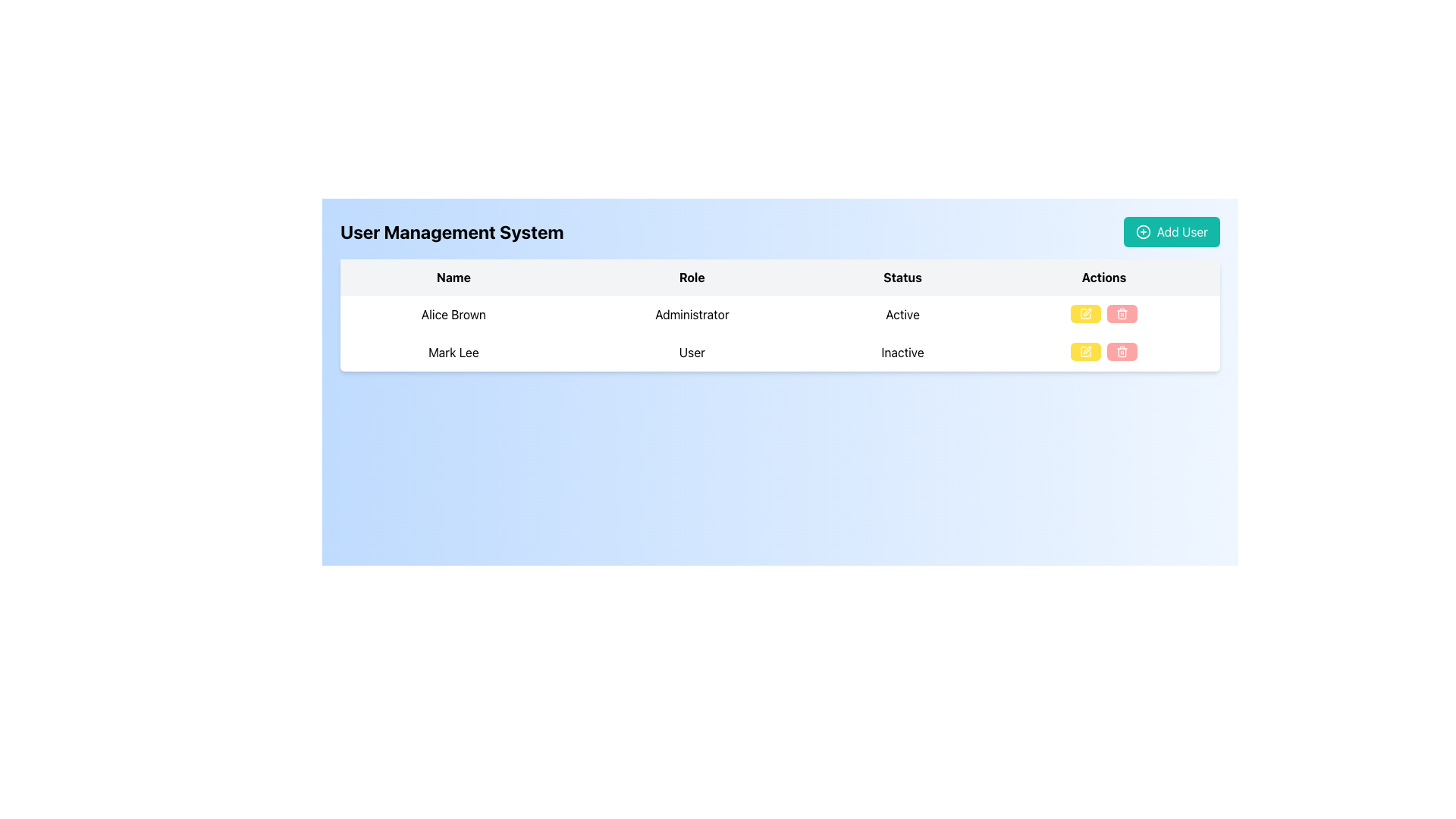 Image resolution: width=1456 pixels, height=819 pixels. Describe the element at coordinates (1143, 231) in the screenshot. I see `the circular icon with a plus symbol at its center, which is located within the 'Add User' button in the top-right corner of the interface` at that location.